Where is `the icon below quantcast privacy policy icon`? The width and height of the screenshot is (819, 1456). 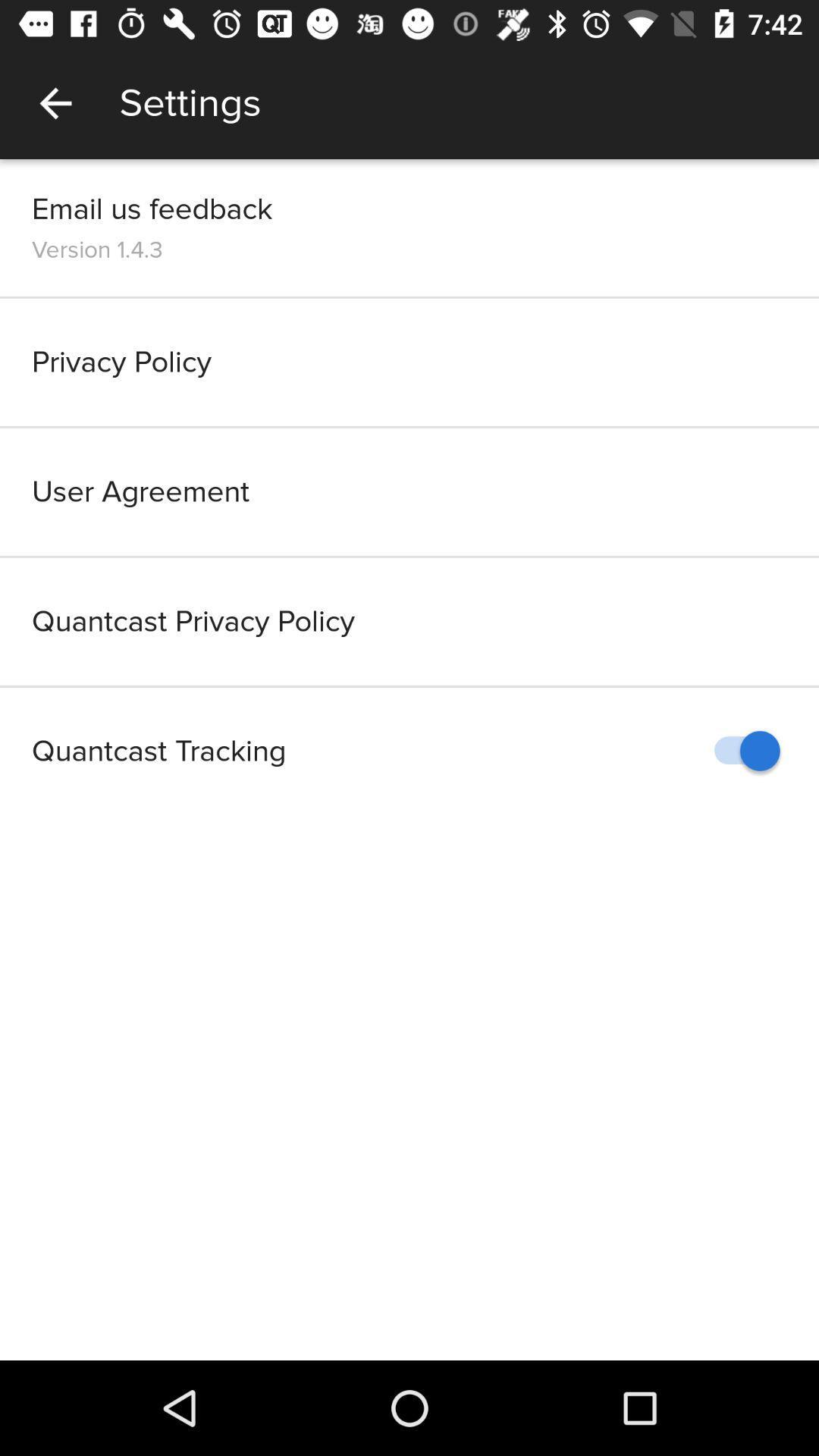 the icon below quantcast privacy policy icon is located at coordinates (739, 751).